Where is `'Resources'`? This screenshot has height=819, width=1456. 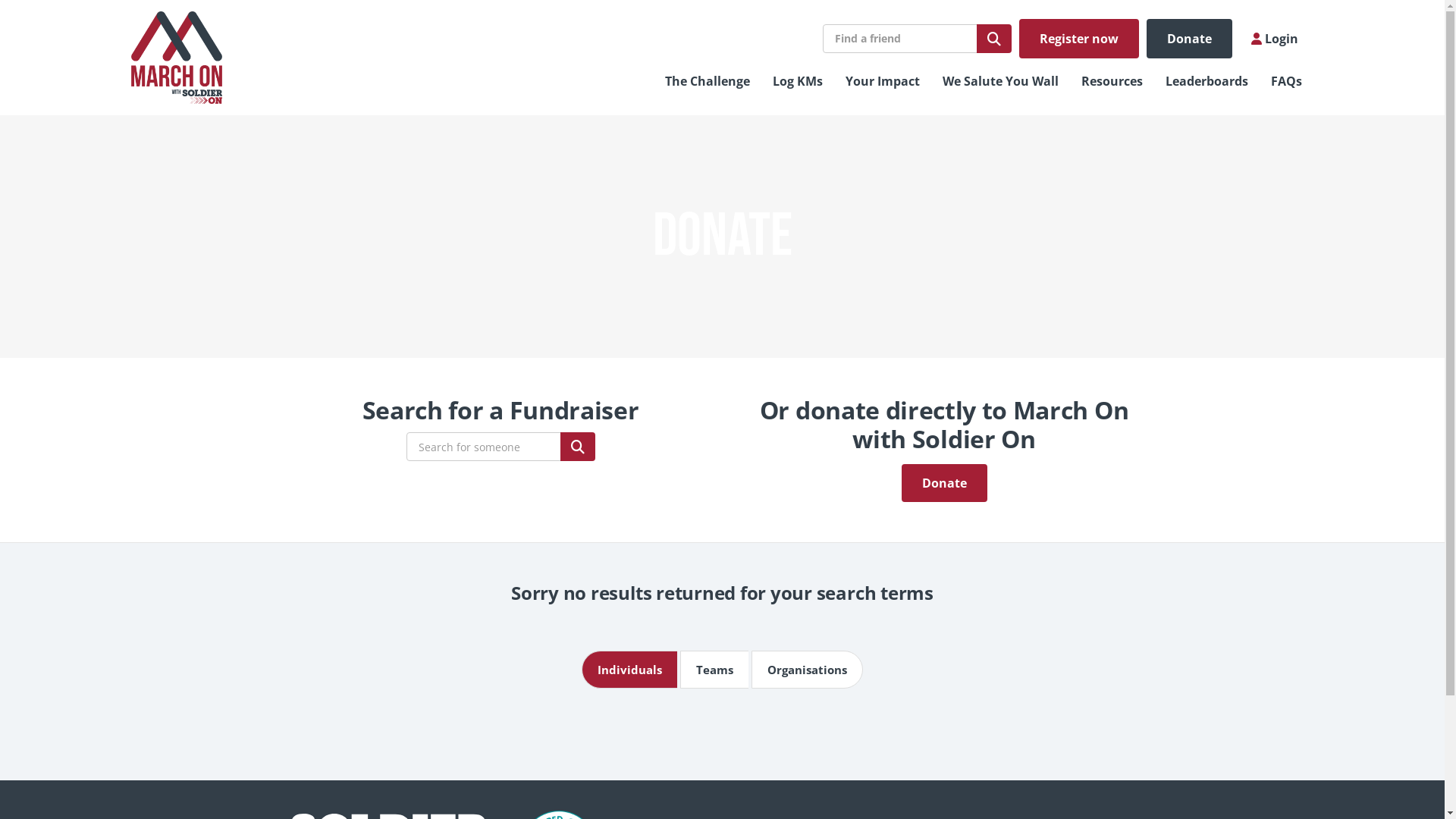 'Resources' is located at coordinates (1112, 81).